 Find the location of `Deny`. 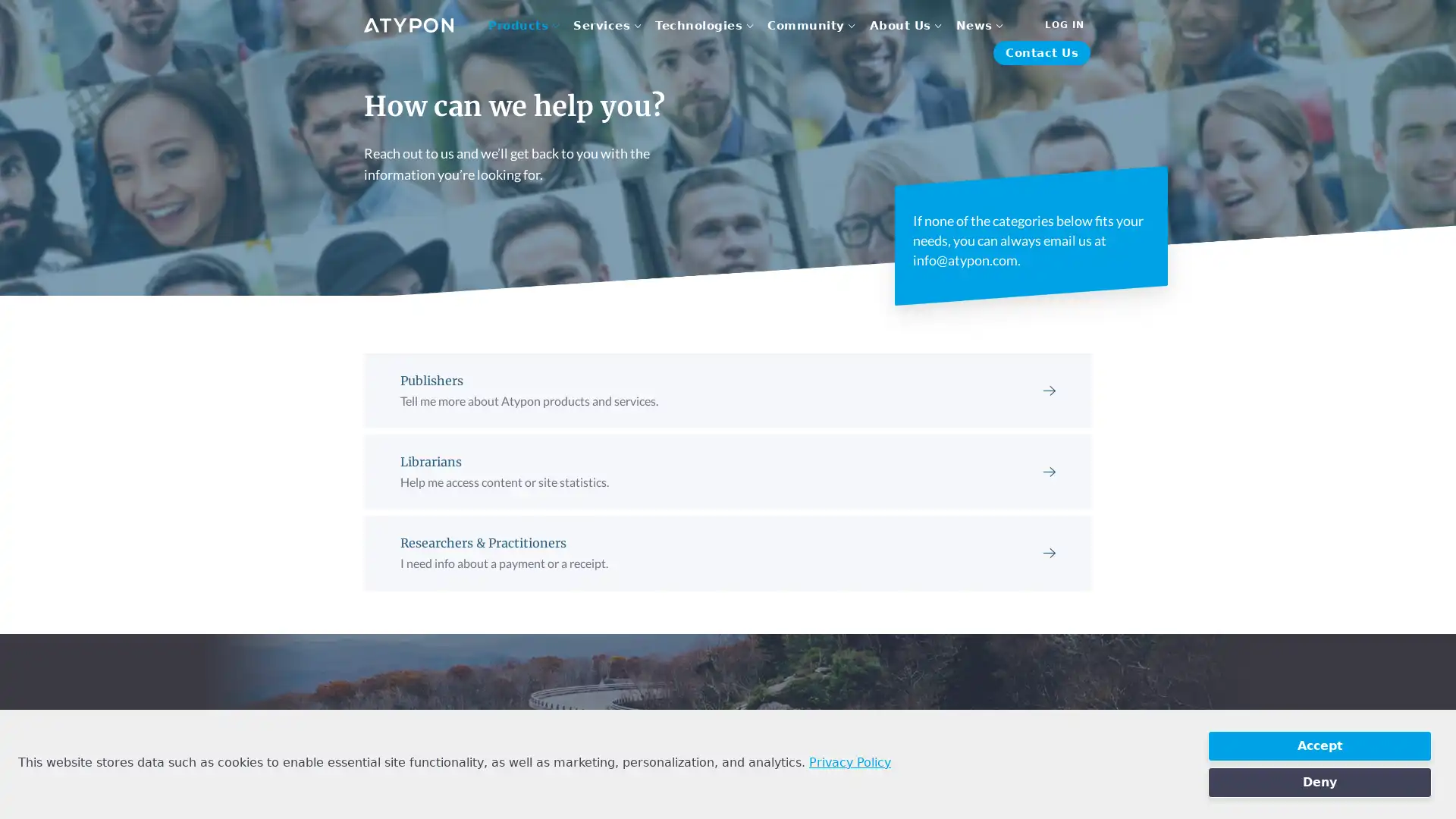

Deny is located at coordinates (1319, 783).